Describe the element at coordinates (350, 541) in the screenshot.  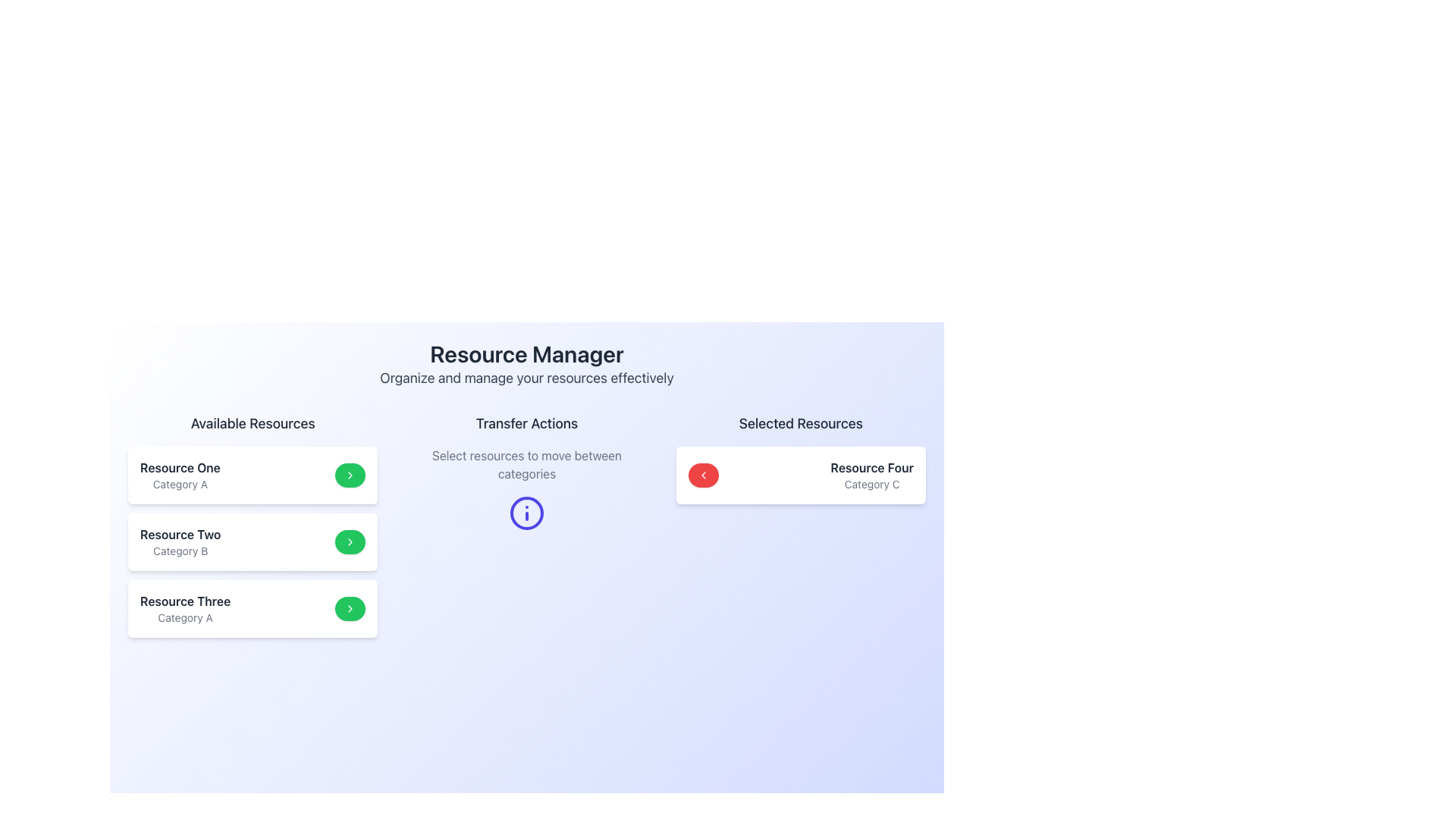
I see `the chevron icon within the circular green button located on the right side of the 'Resource Two' entry in the 'Available Resources' section` at that location.